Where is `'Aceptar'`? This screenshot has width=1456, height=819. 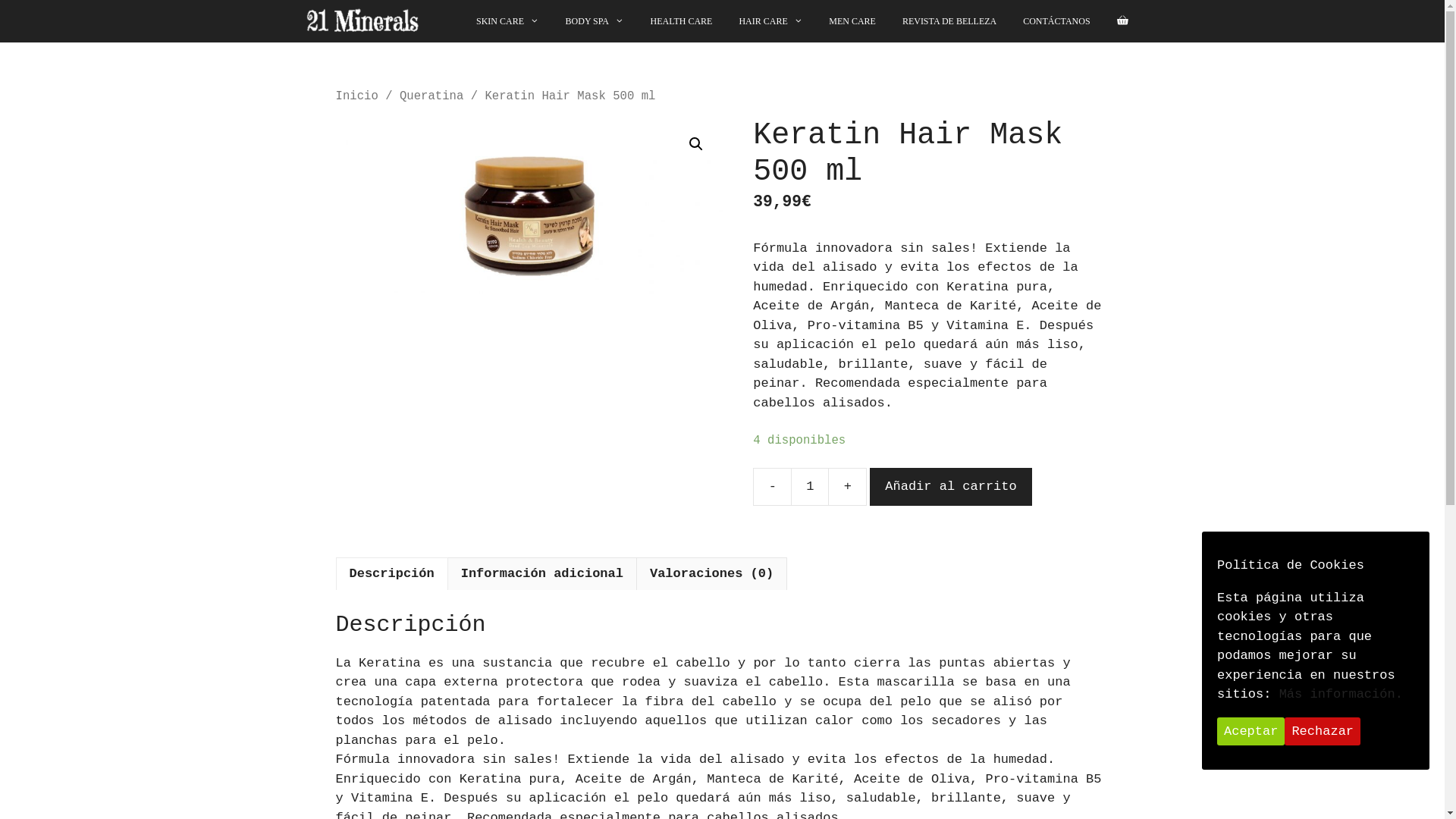
'Aceptar' is located at coordinates (1216, 730).